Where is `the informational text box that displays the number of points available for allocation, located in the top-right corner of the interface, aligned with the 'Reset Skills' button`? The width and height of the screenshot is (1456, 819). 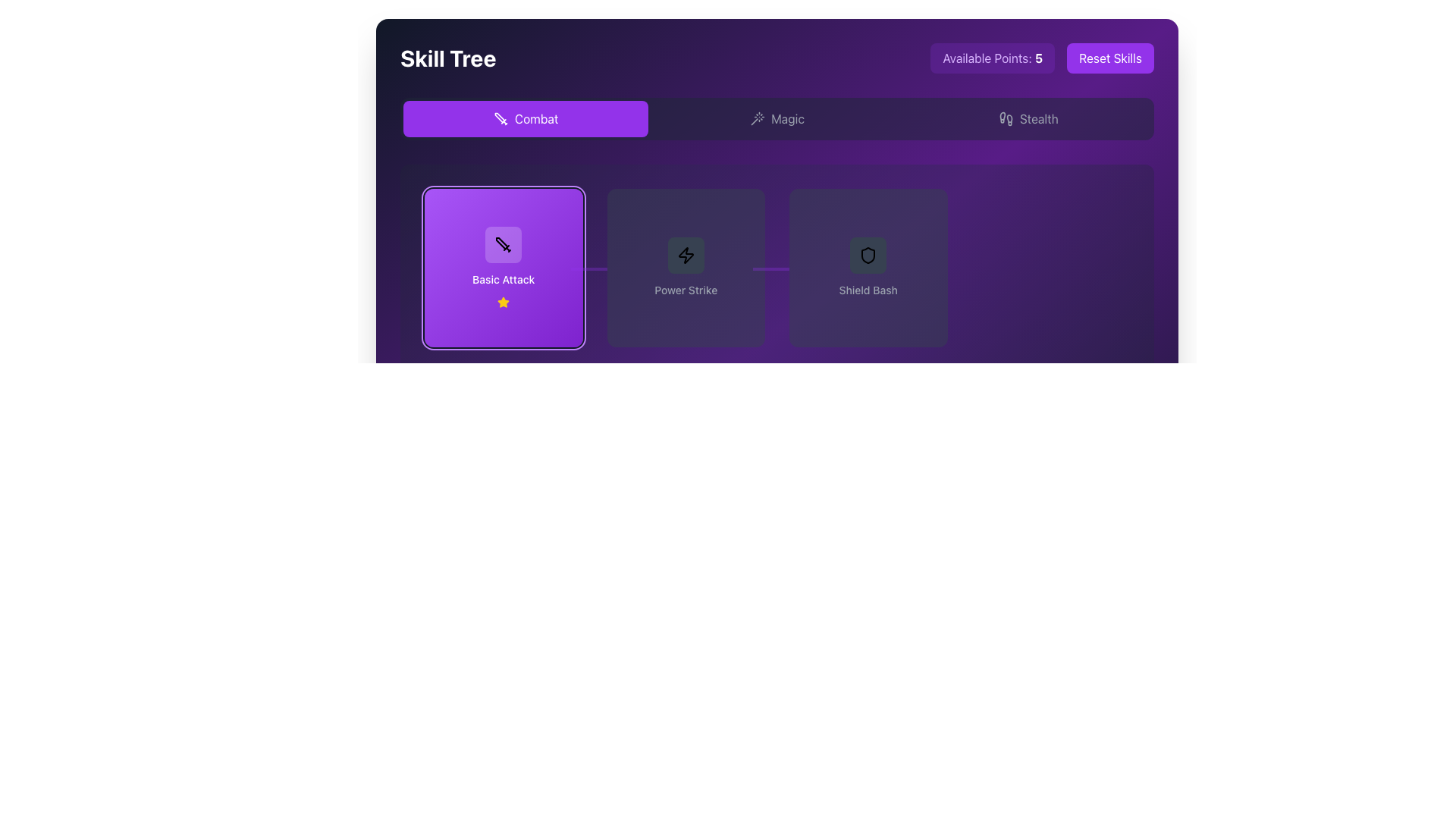 the informational text box that displays the number of points available for allocation, located in the top-right corner of the interface, aligned with the 'Reset Skills' button is located at coordinates (993, 58).